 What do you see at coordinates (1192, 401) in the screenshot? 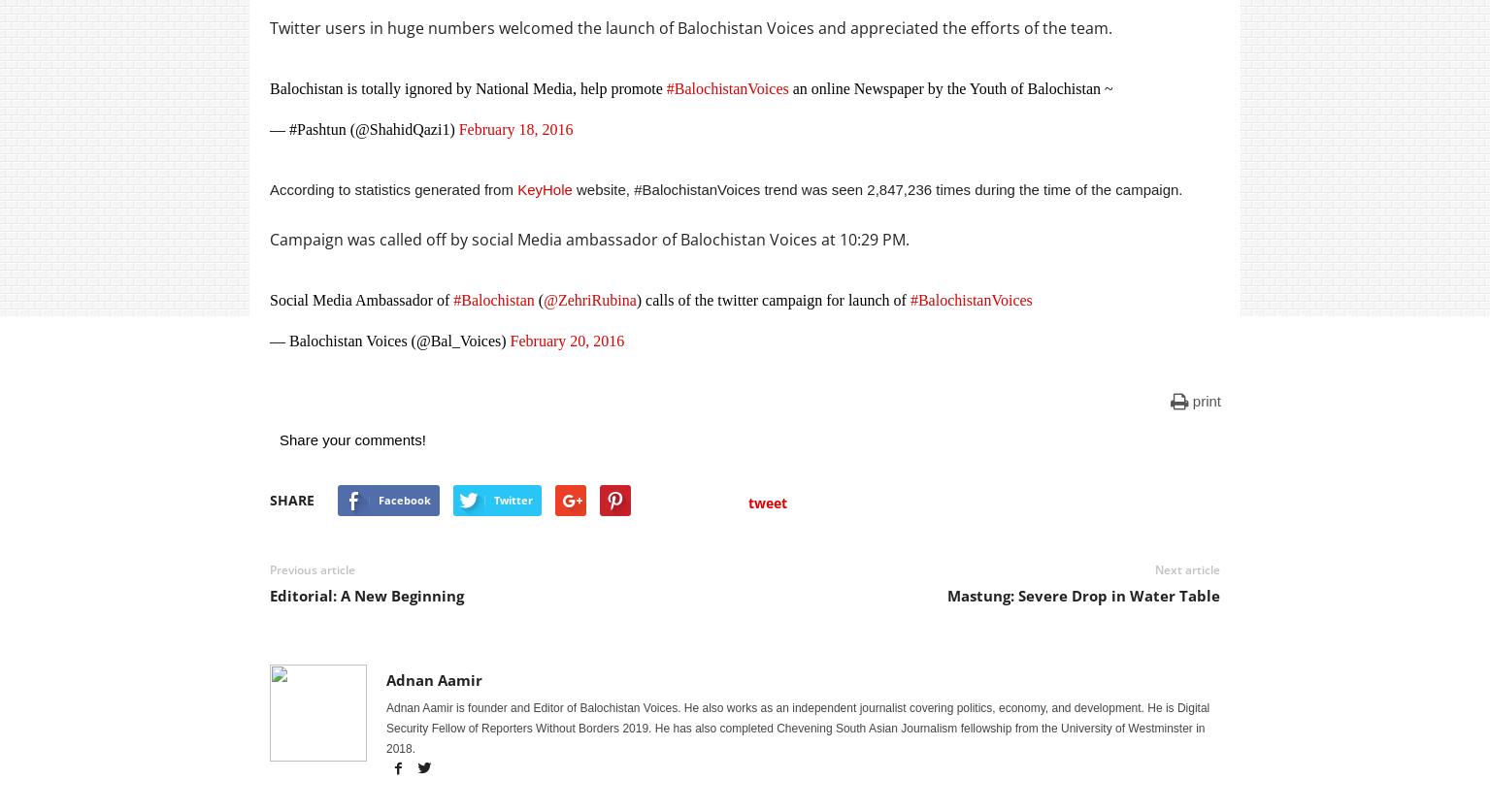
I see `'print'` at bounding box center [1192, 401].